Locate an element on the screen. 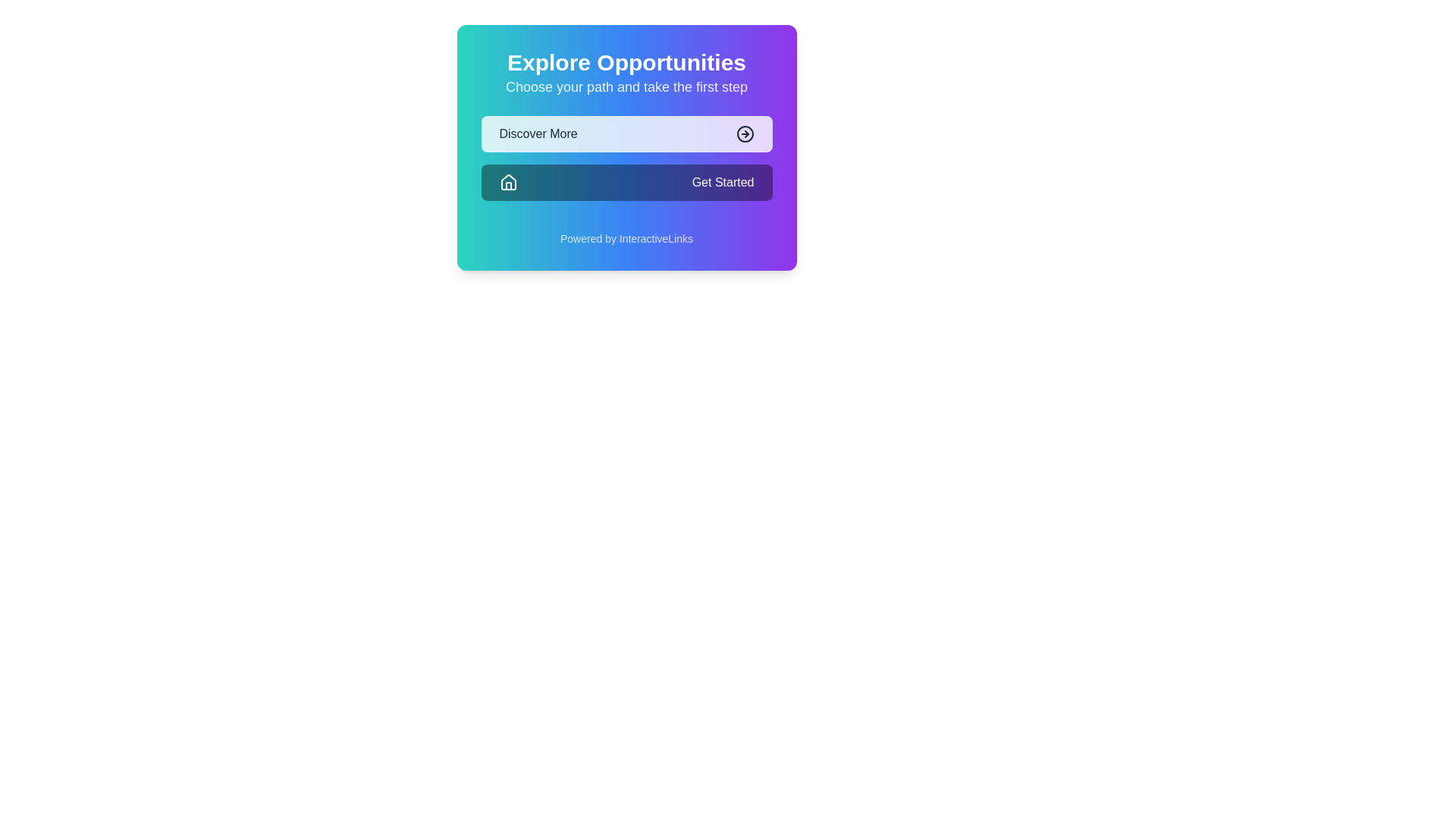 The height and width of the screenshot is (819, 1456). the text label that displays 'Powered by InteractiveLinks', which is styled in a small font and positioned at the bottom of a card-like layout is located at coordinates (626, 239).